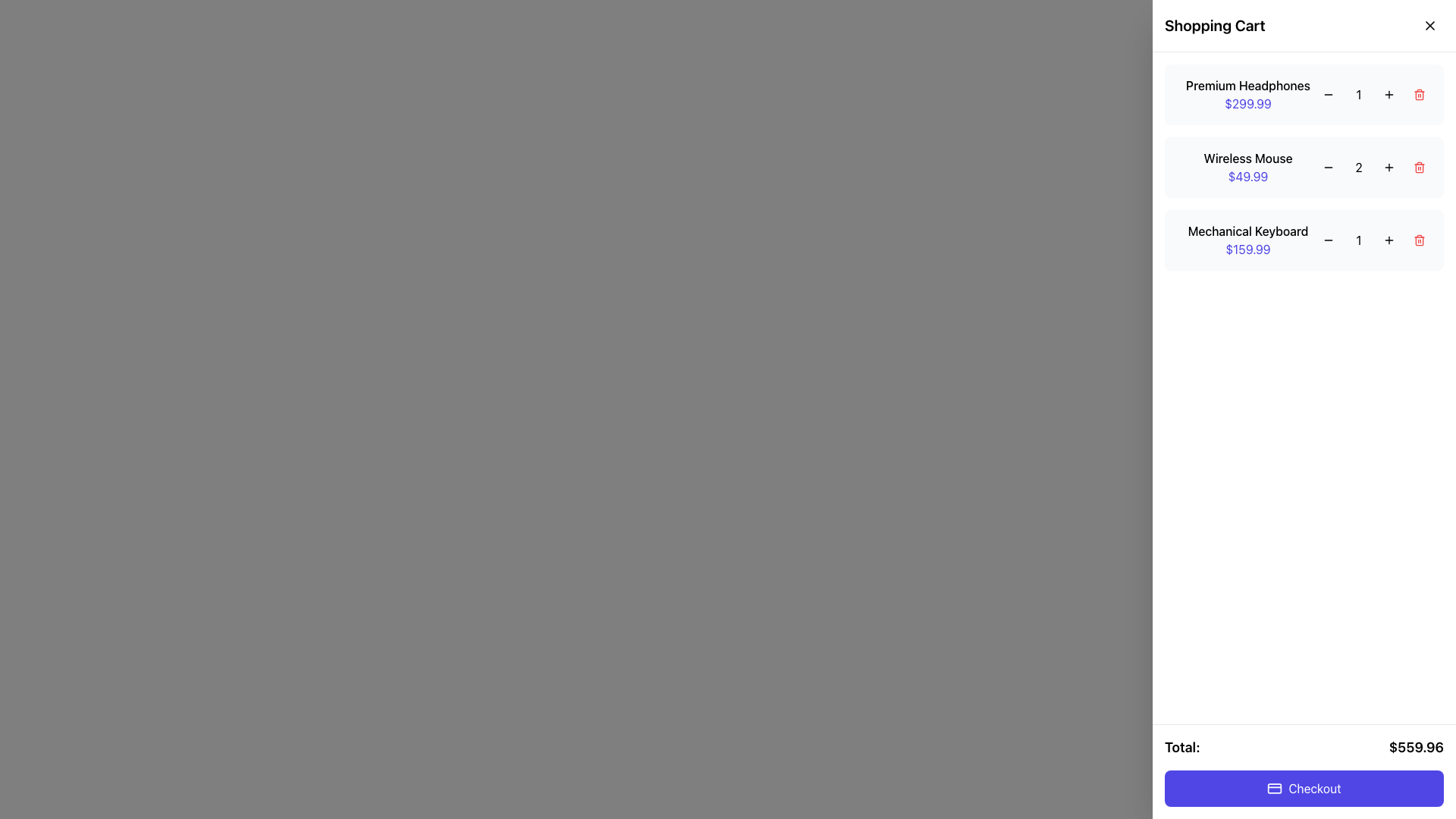 The height and width of the screenshot is (819, 1456). I want to click on the small rounded button with an 'X' icon located at the top-right corner of the shopping cart interface, so click(1429, 26).